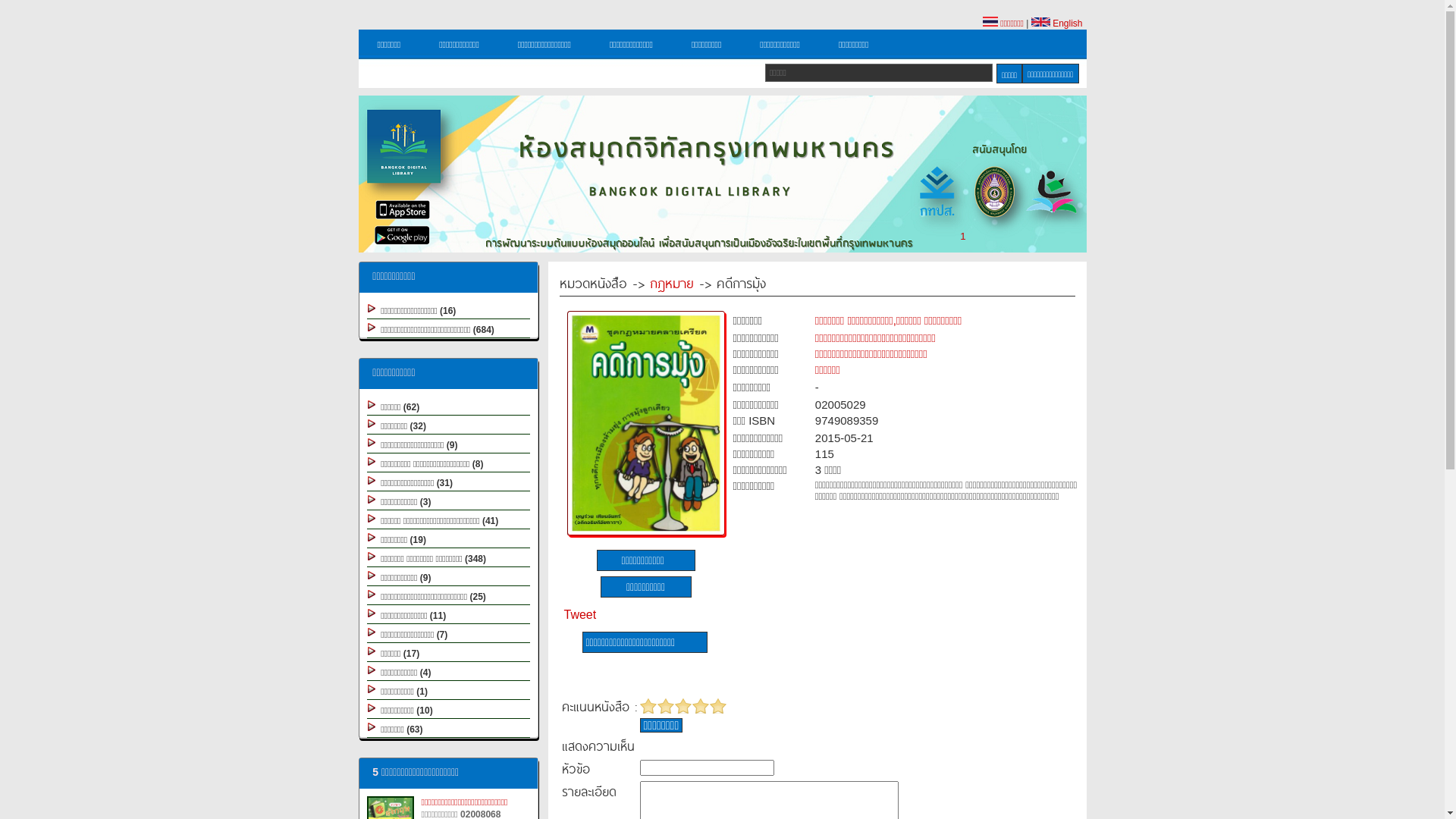  I want to click on 'Search', so click(996, 73).